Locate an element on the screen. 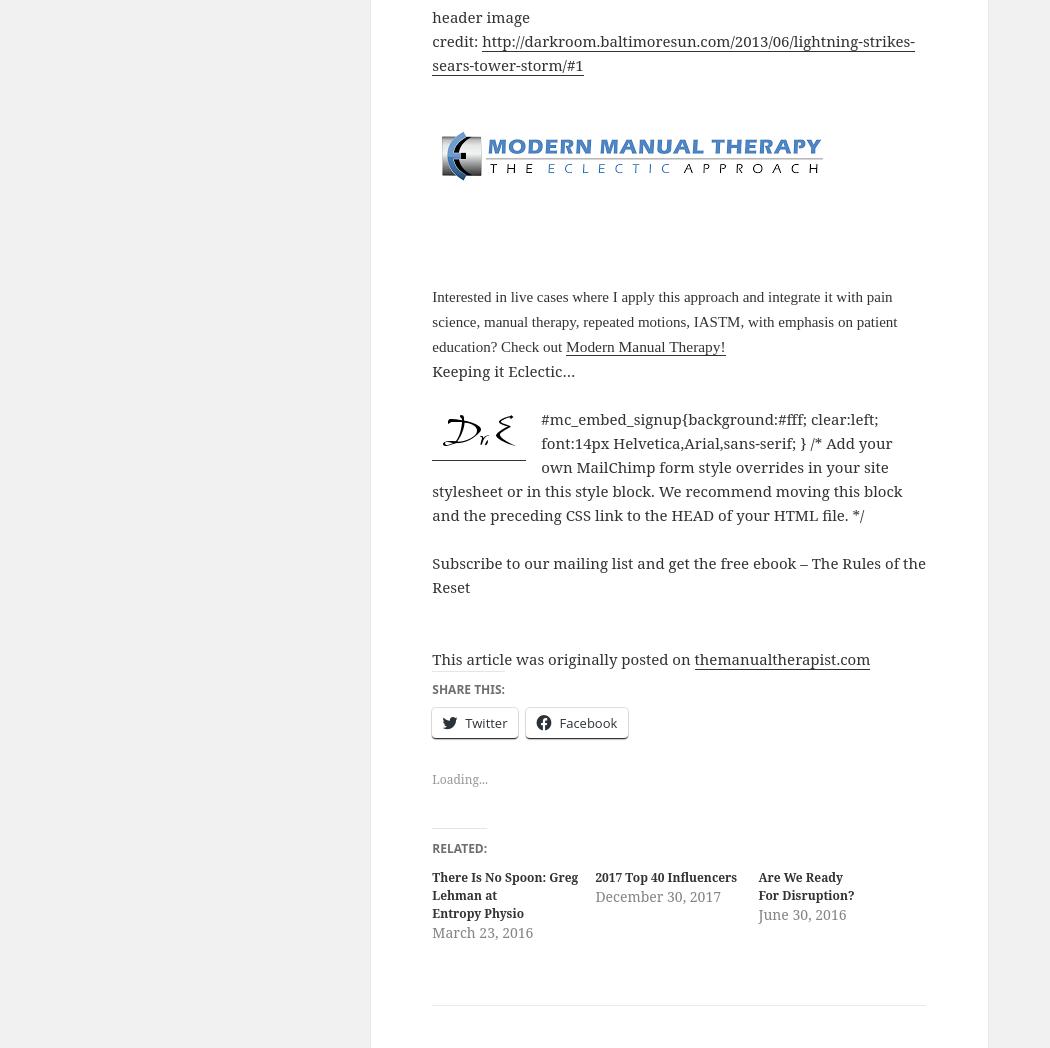 The width and height of the screenshot is (1050, 1048). 'Interested in live cases where I apply this approach and integrate it with pain science, manual therapy, repeated motions, IASTM, with emphasis on patient education? Check out' is located at coordinates (663, 321).